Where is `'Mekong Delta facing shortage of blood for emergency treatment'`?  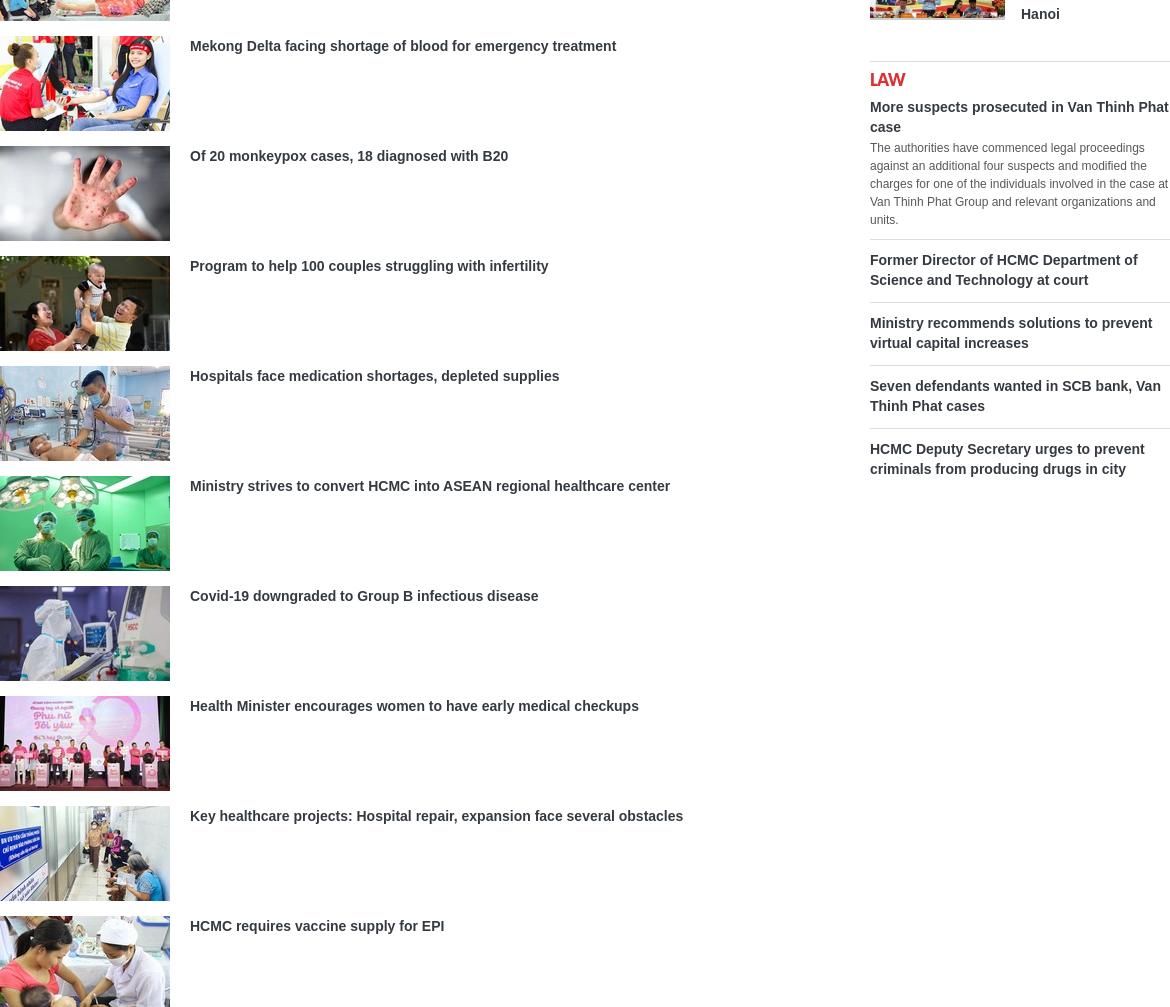 'Mekong Delta facing shortage of blood for emergency treatment' is located at coordinates (189, 45).